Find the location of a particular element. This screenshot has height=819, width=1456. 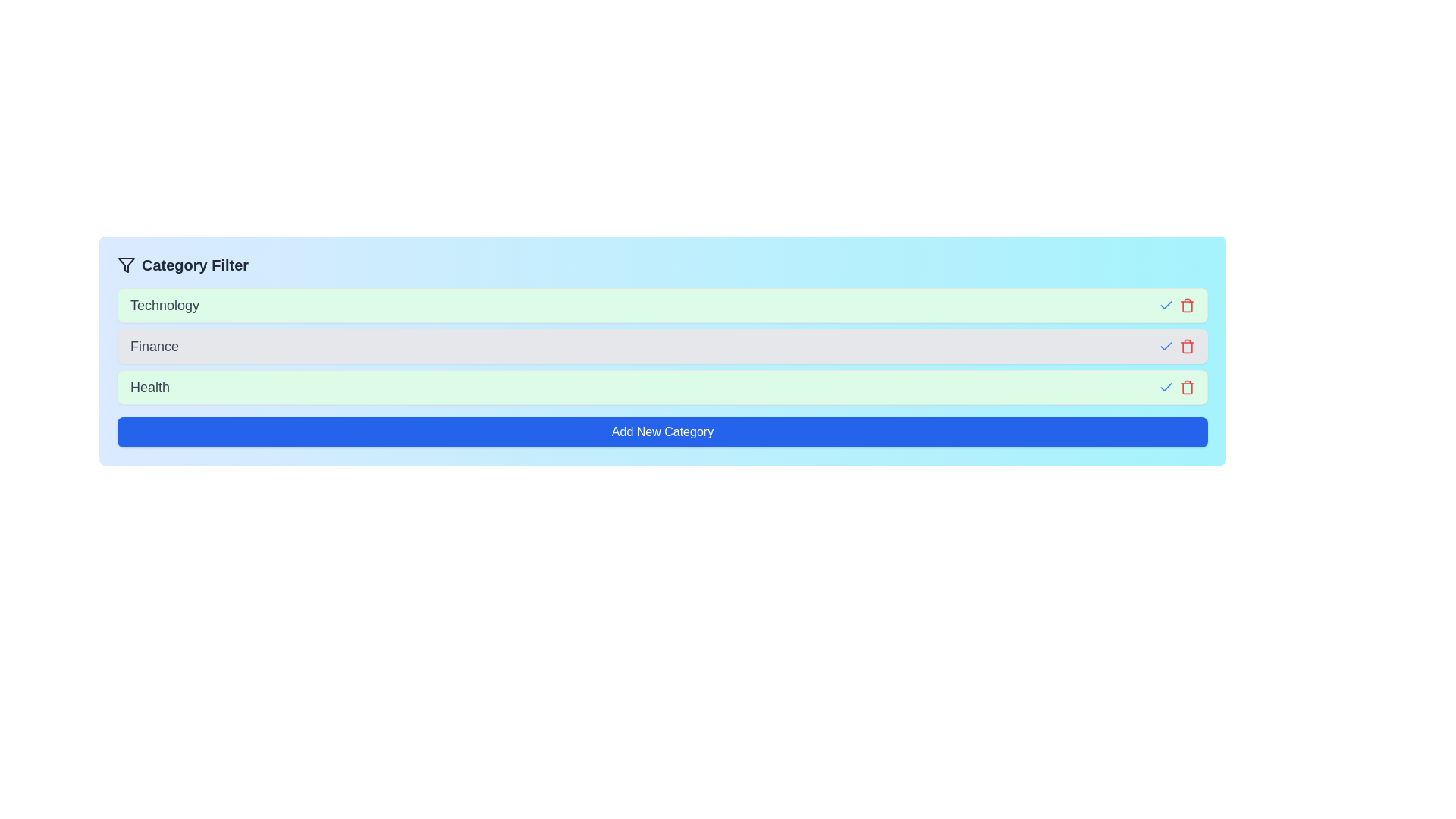

the category Technology is located at coordinates (1165, 305).